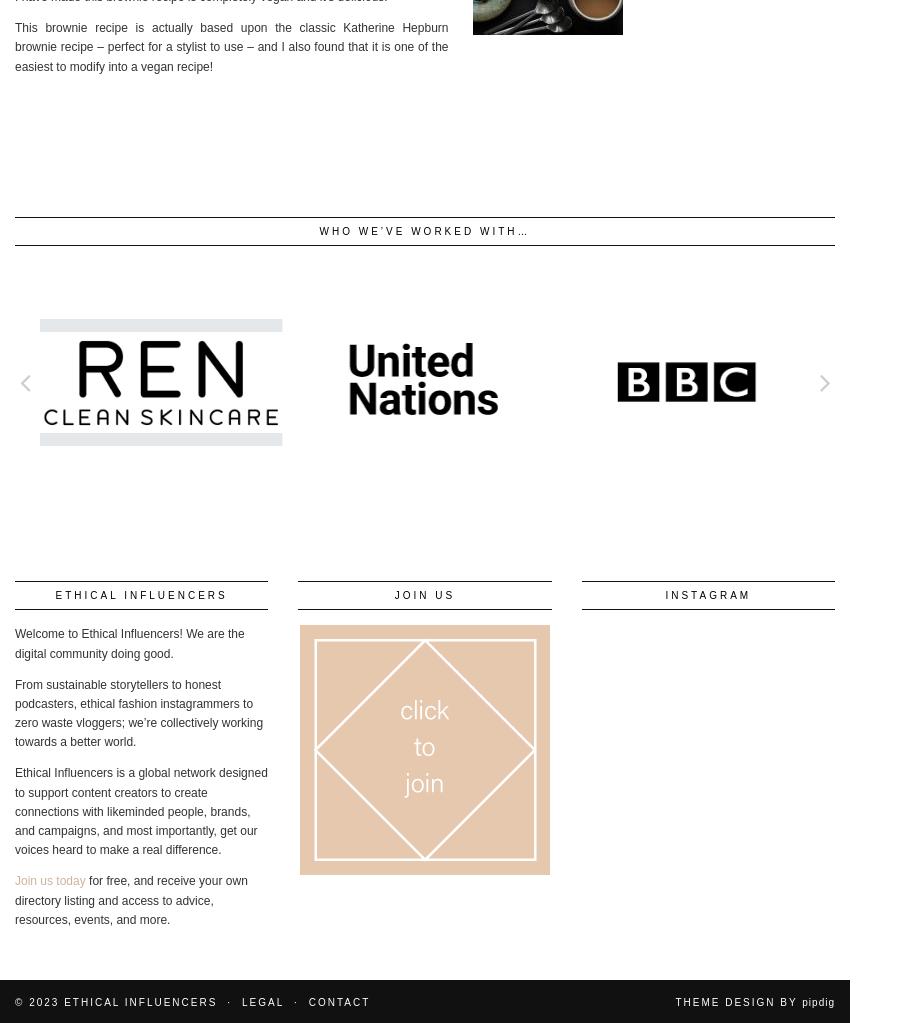 Image resolution: width=898 pixels, height=1023 pixels. What do you see at coordinates (13, 713) in the screenshot?
I see `'From sustainable storytellers to honest podcasters, ethical fashion instagrammers to zero waste vloggers; we’re collectively working towards a better world.'` at bounding box center [13, 713].